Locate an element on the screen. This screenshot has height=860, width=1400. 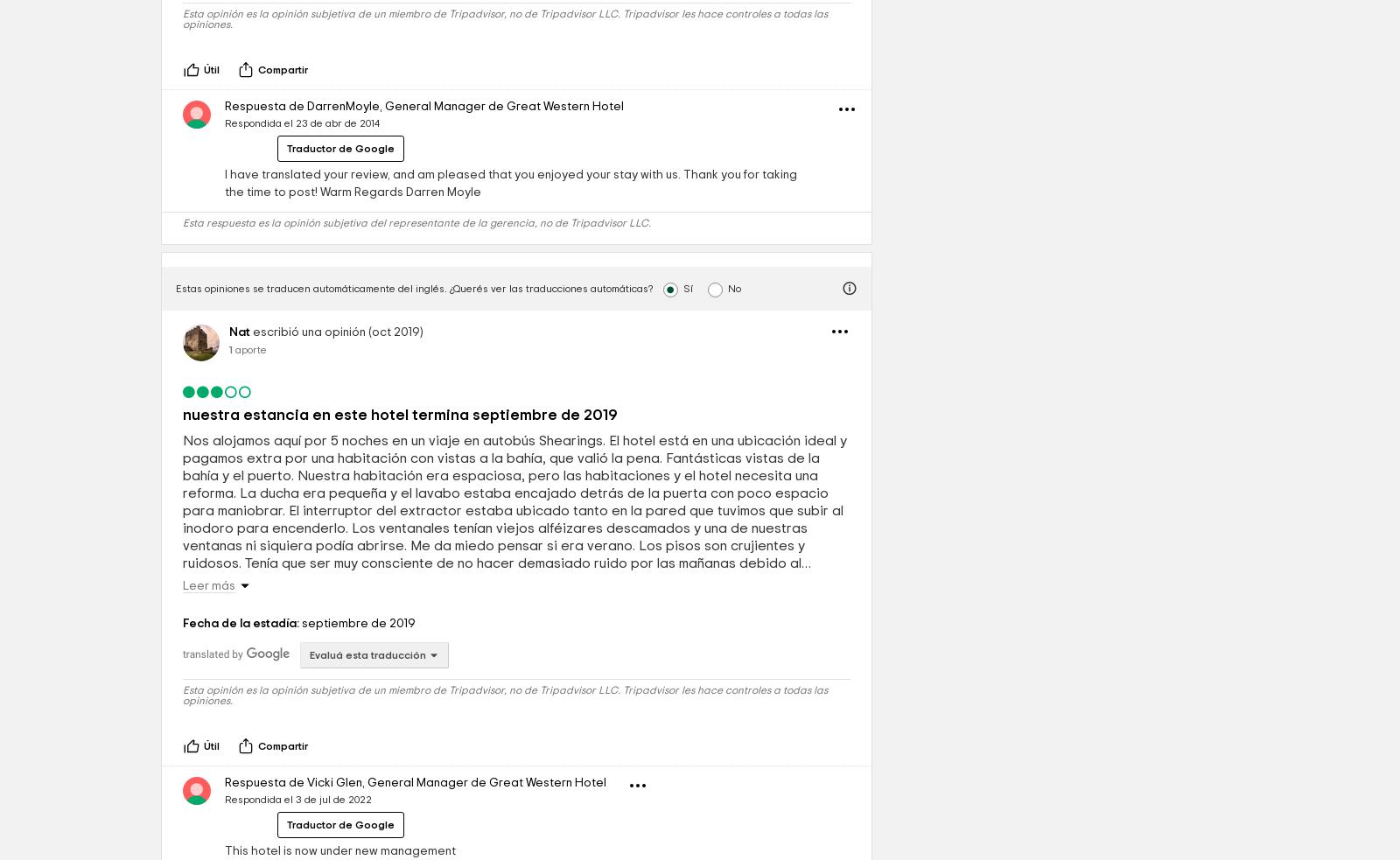
'abril de 2014' is located at coordinates (336, 105).